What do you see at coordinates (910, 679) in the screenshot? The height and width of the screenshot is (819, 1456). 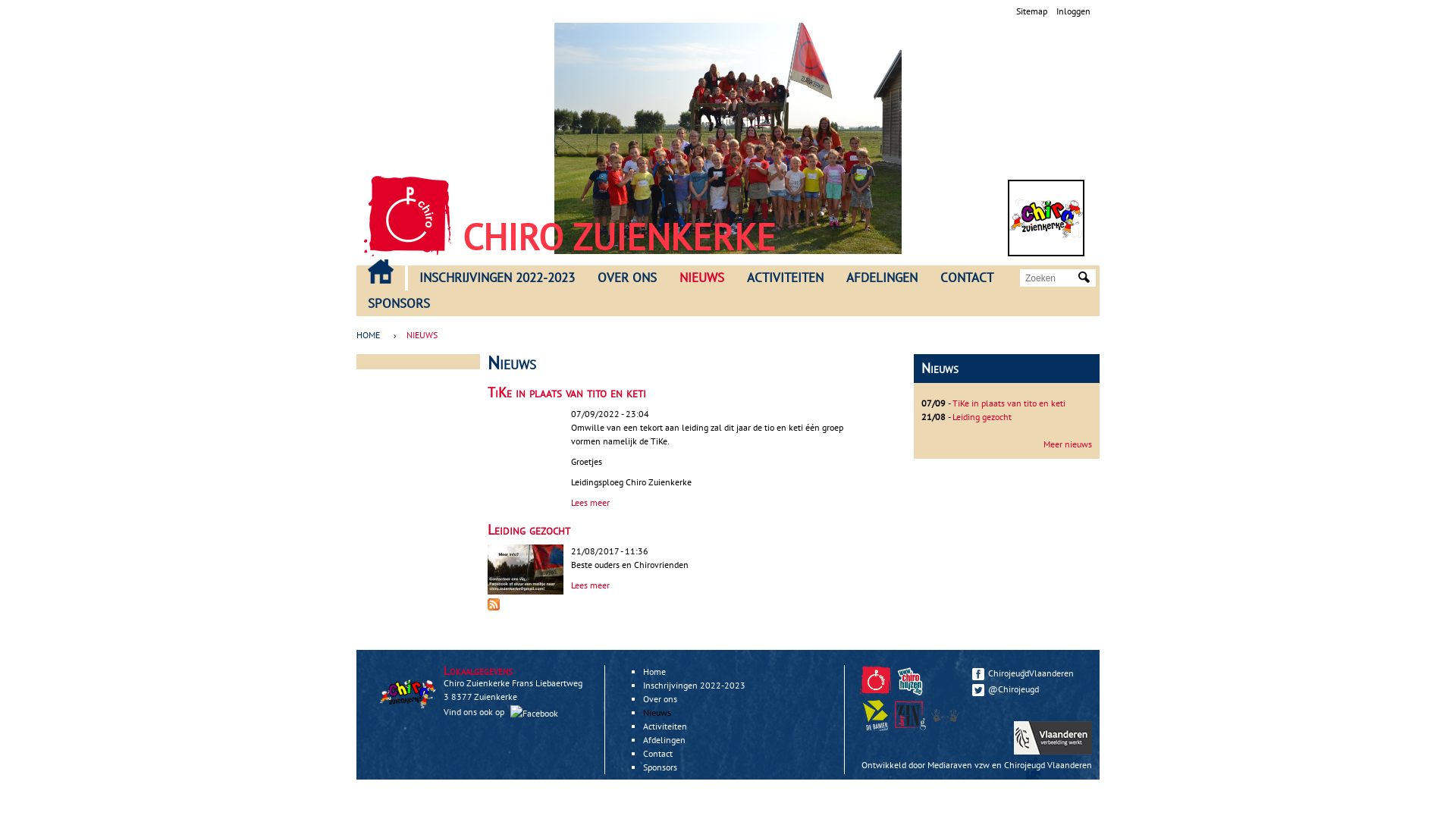 I see `'Chirohuizen'` at bounding box center [910, 679].